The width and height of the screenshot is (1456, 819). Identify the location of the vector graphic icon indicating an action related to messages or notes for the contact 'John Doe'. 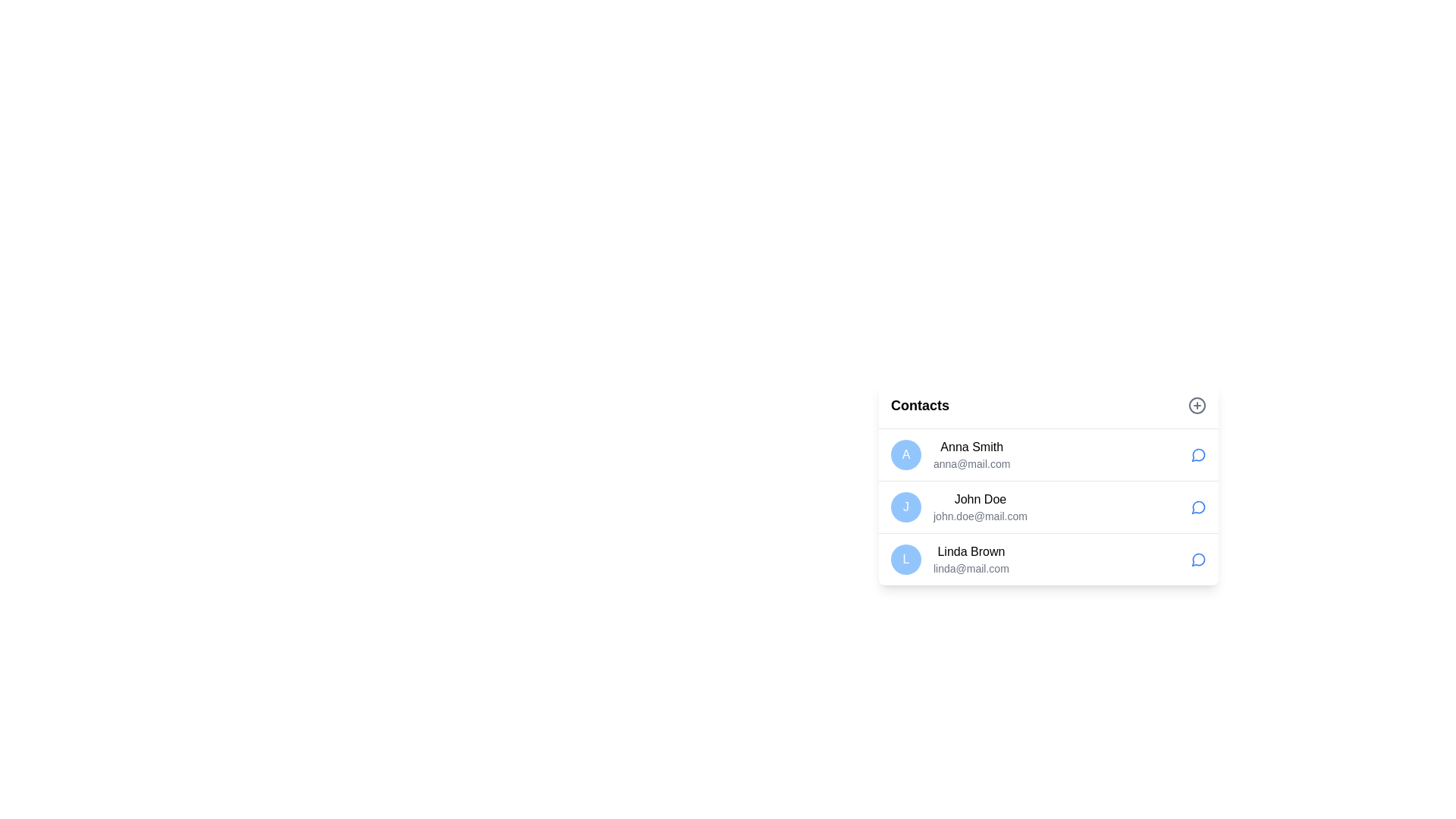
(1197, 507).